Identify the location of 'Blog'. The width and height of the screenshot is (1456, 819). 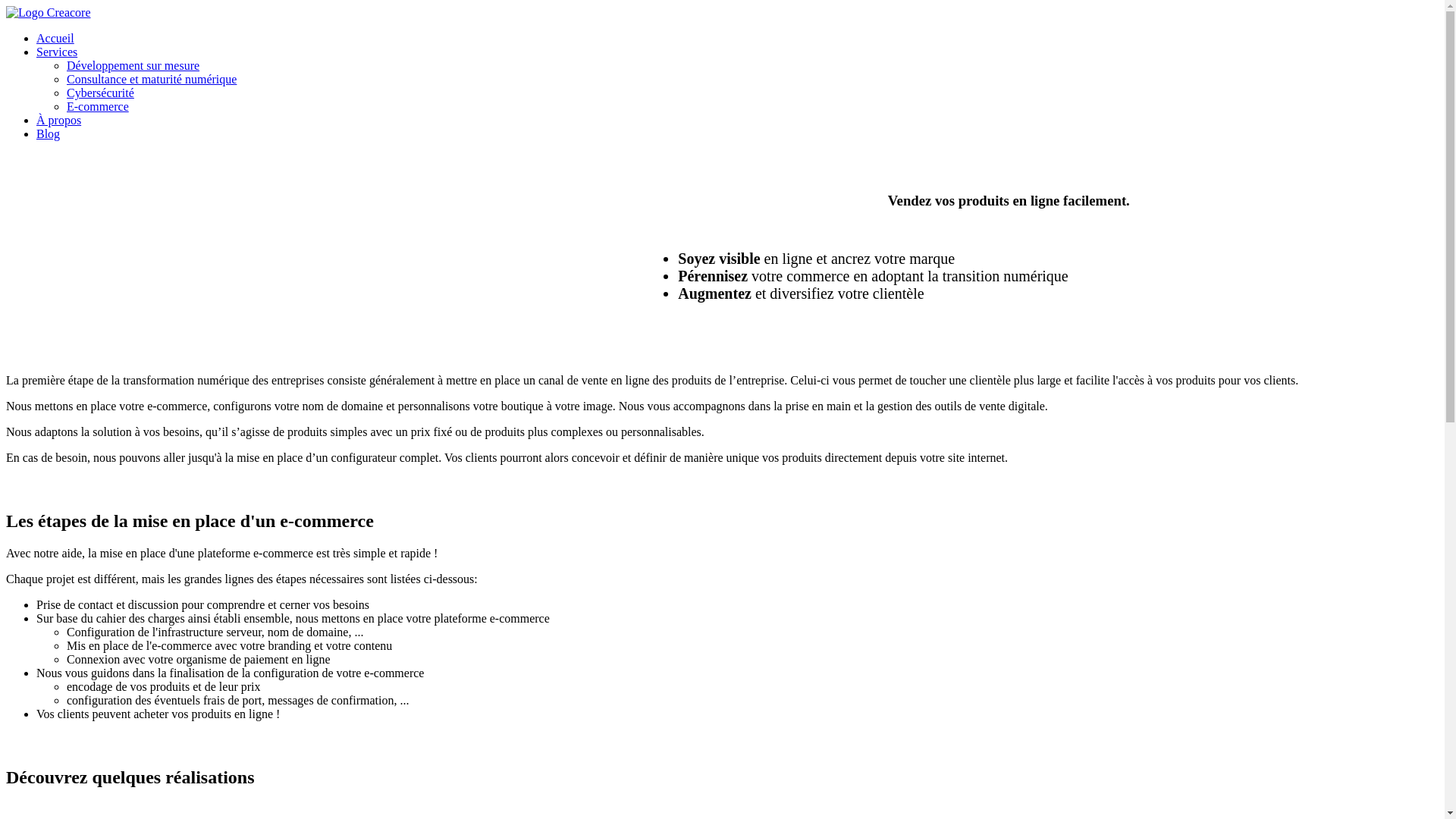
(48, 133).